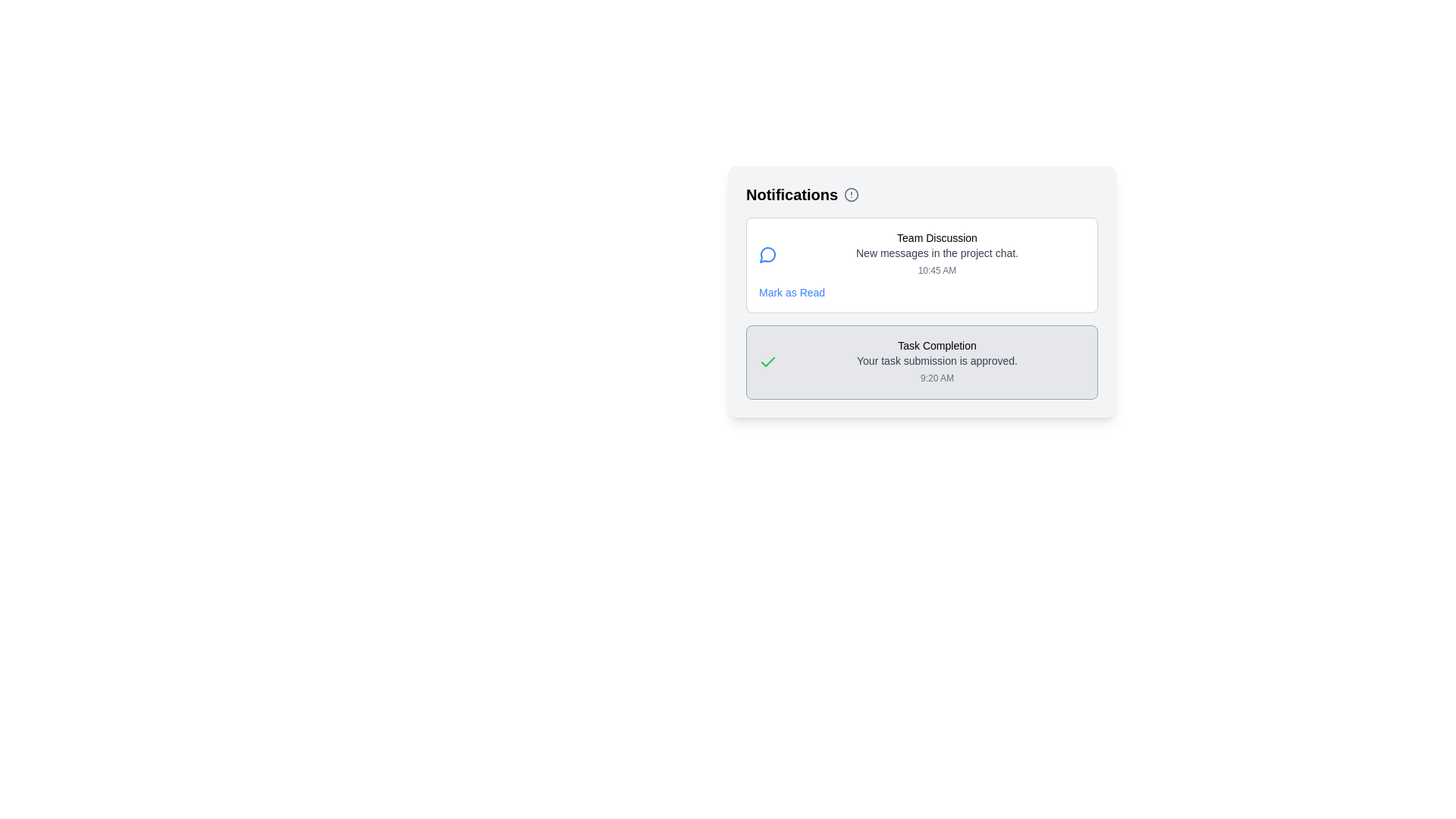  I want to click on the interactive Notification Message displaying 'Task Completion' with the approval message and timestamp, so click(937, 362).